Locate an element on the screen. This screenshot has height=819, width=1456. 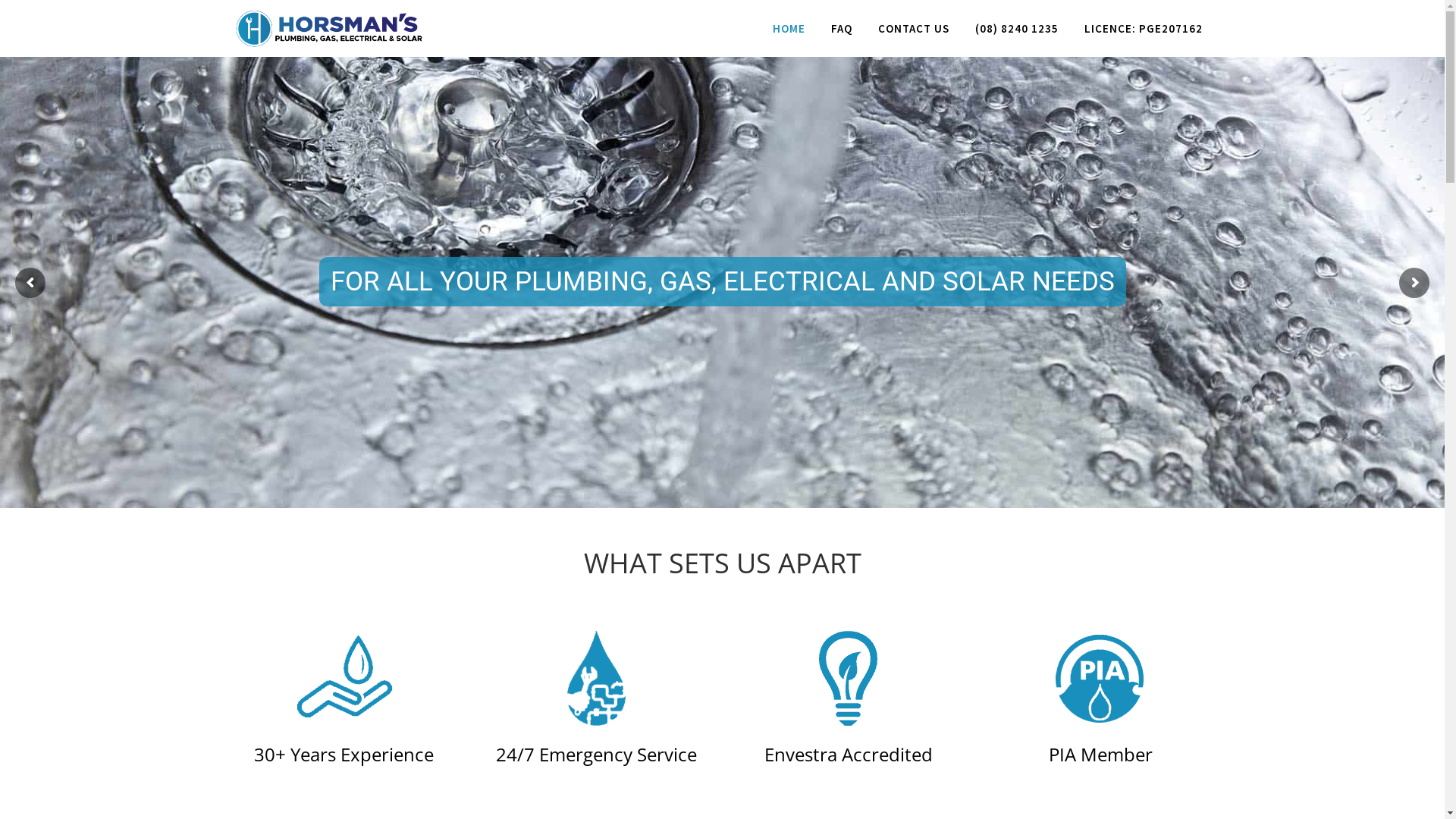
'FAQ' is located at coordinates (839, 28).